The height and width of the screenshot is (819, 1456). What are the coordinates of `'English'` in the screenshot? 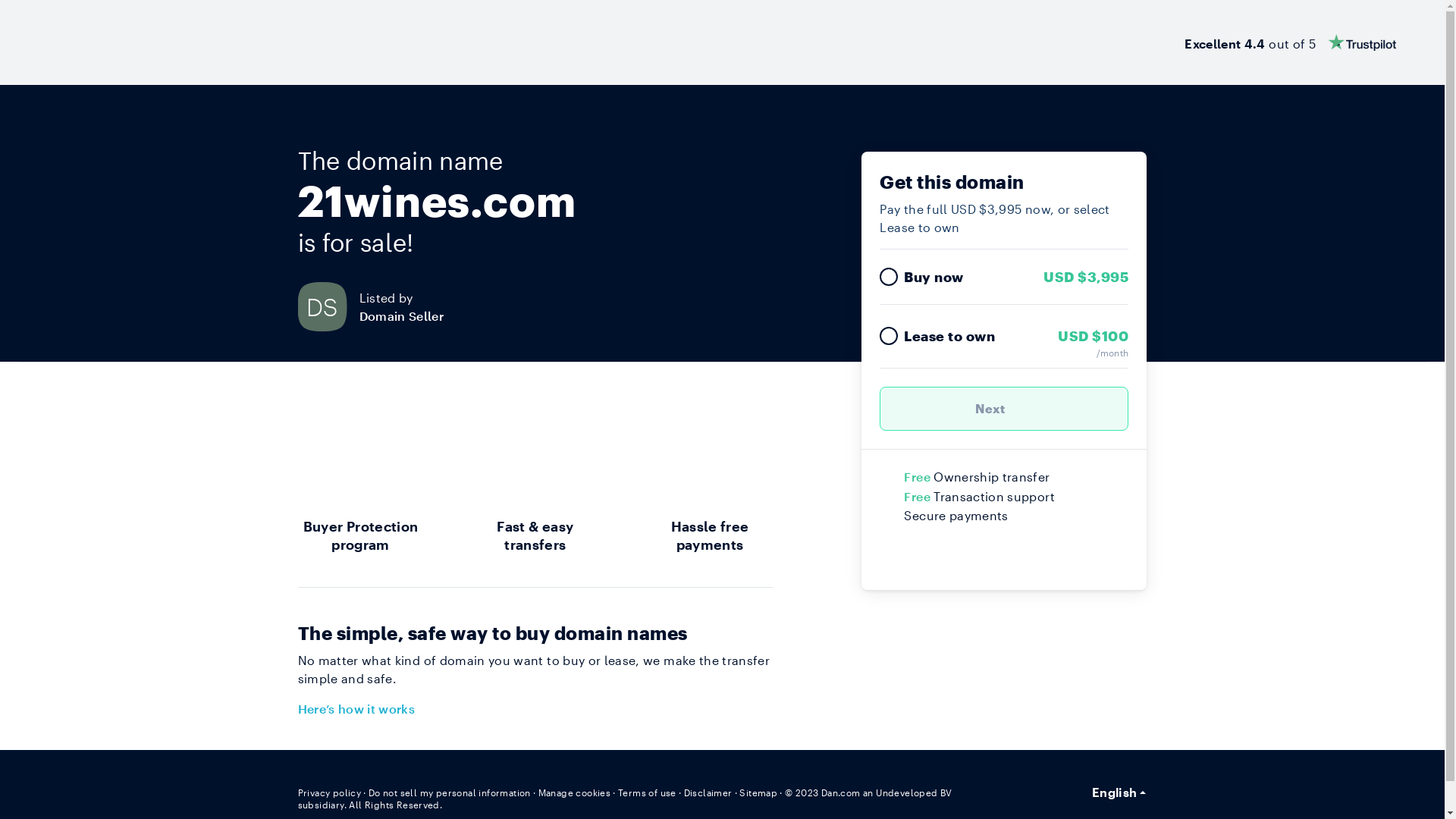 It's located at (1090, 792).